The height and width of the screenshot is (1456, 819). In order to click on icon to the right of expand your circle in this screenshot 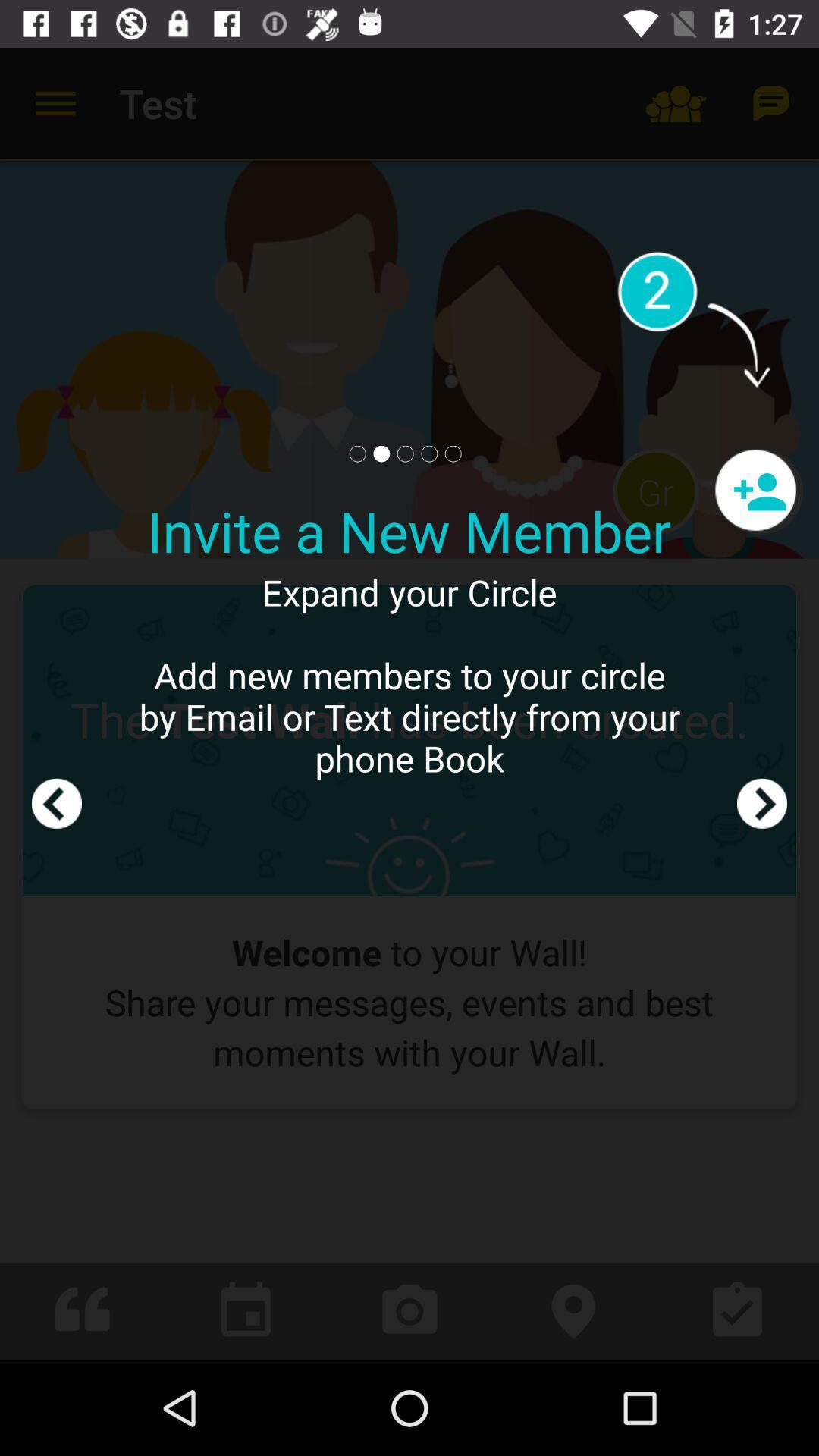, I will do `click(762, 703)`.